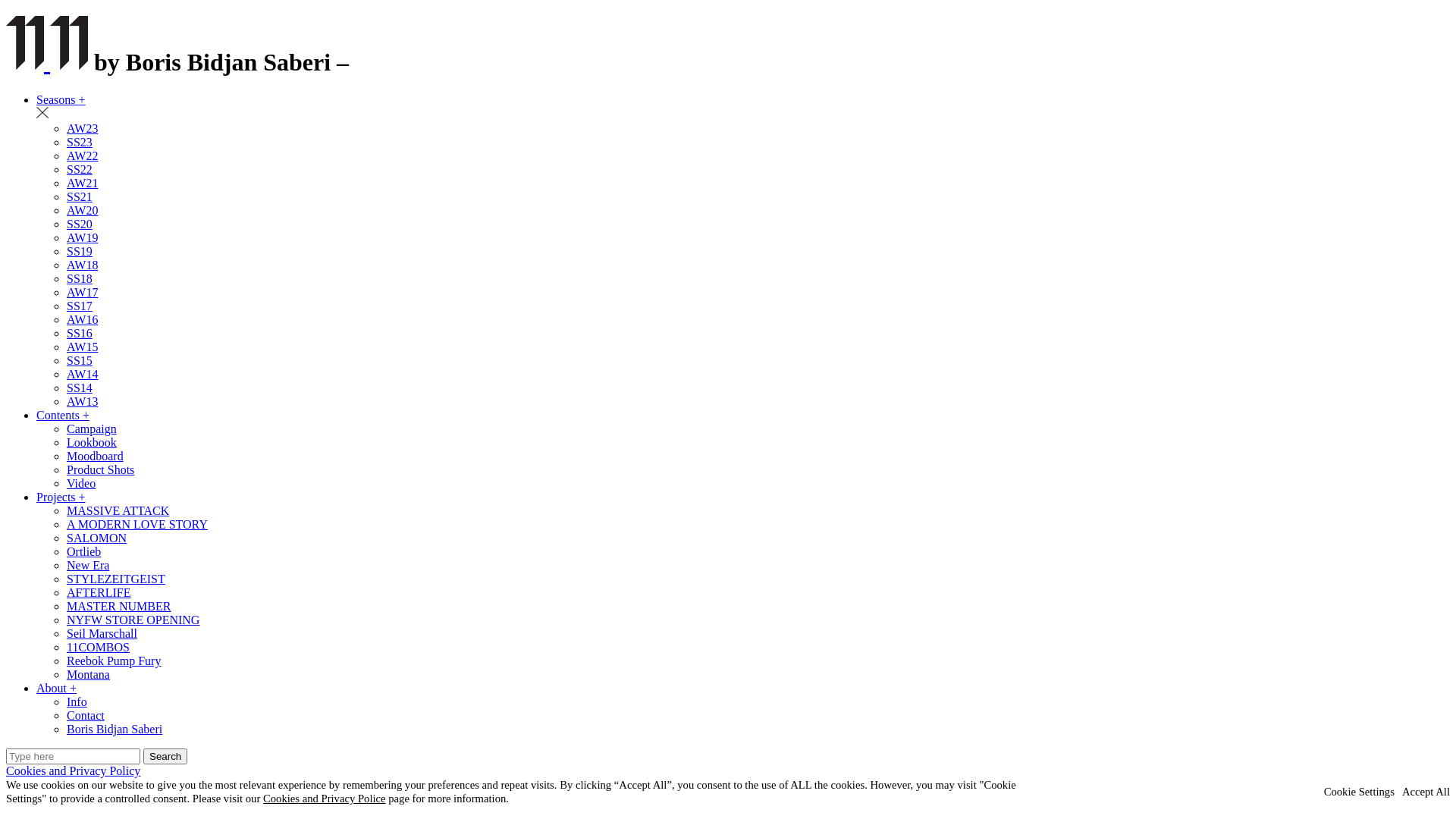 The width and height of the screenshot is (1456, 819). I want to click on 'NYFW STORE OPENING', so click(133, 620).